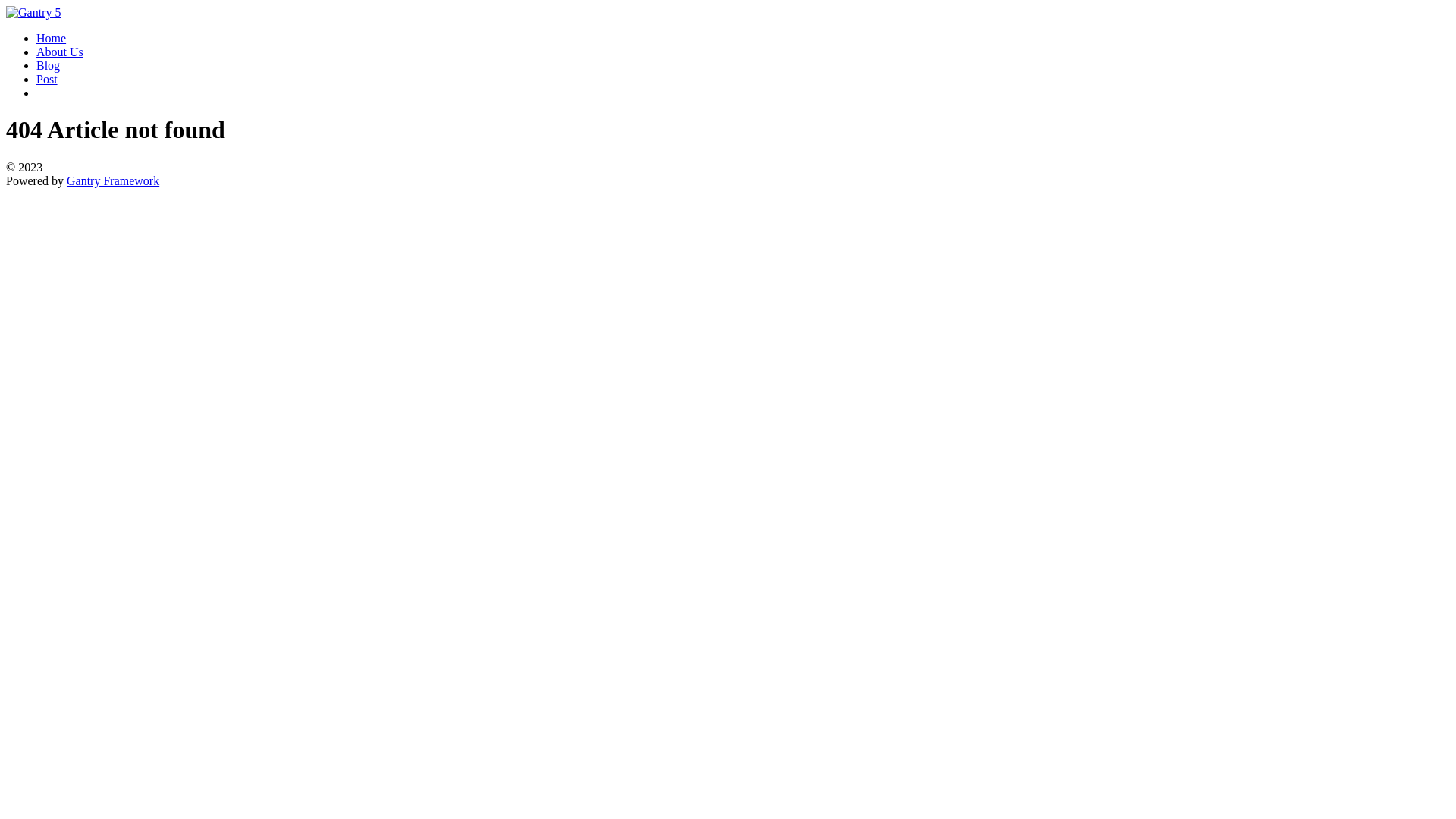  I want to click on 'Post', so click(47, 79).